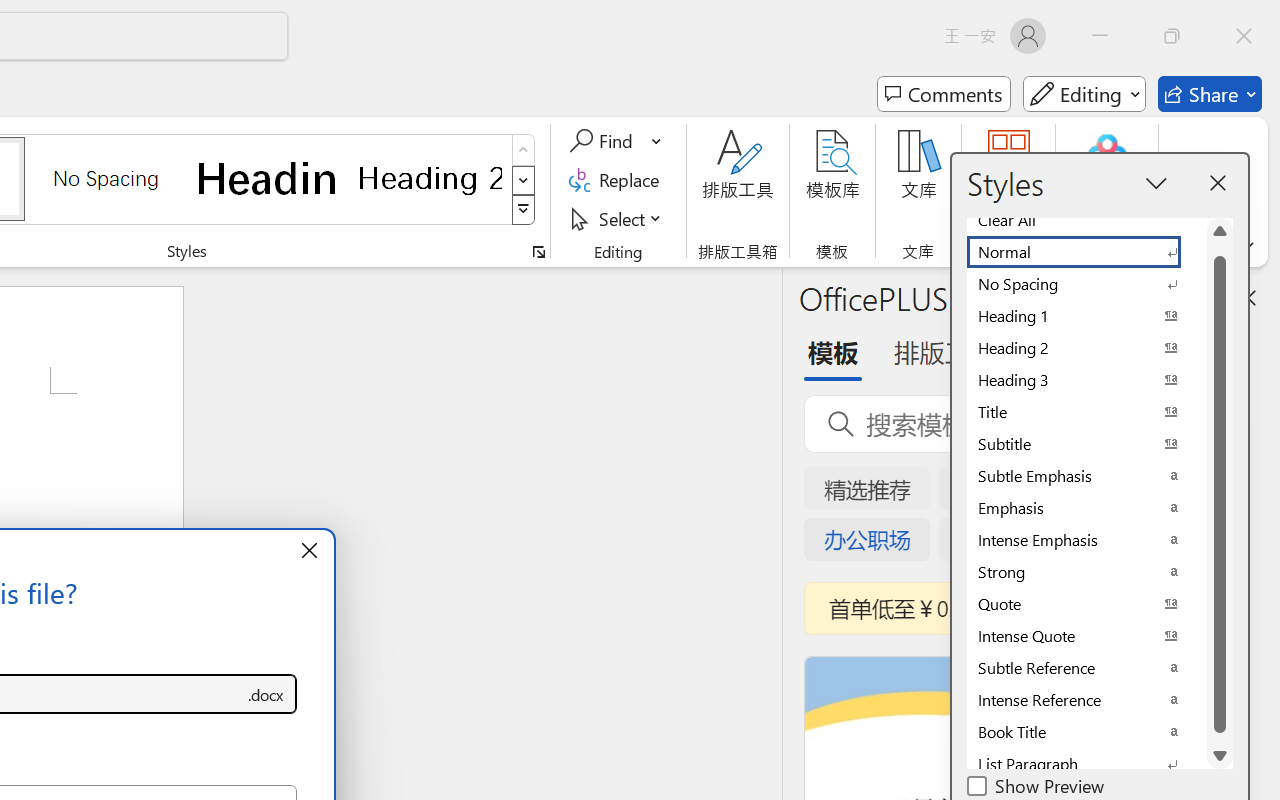  I want to click on 'Normal', so click(1085, 251).